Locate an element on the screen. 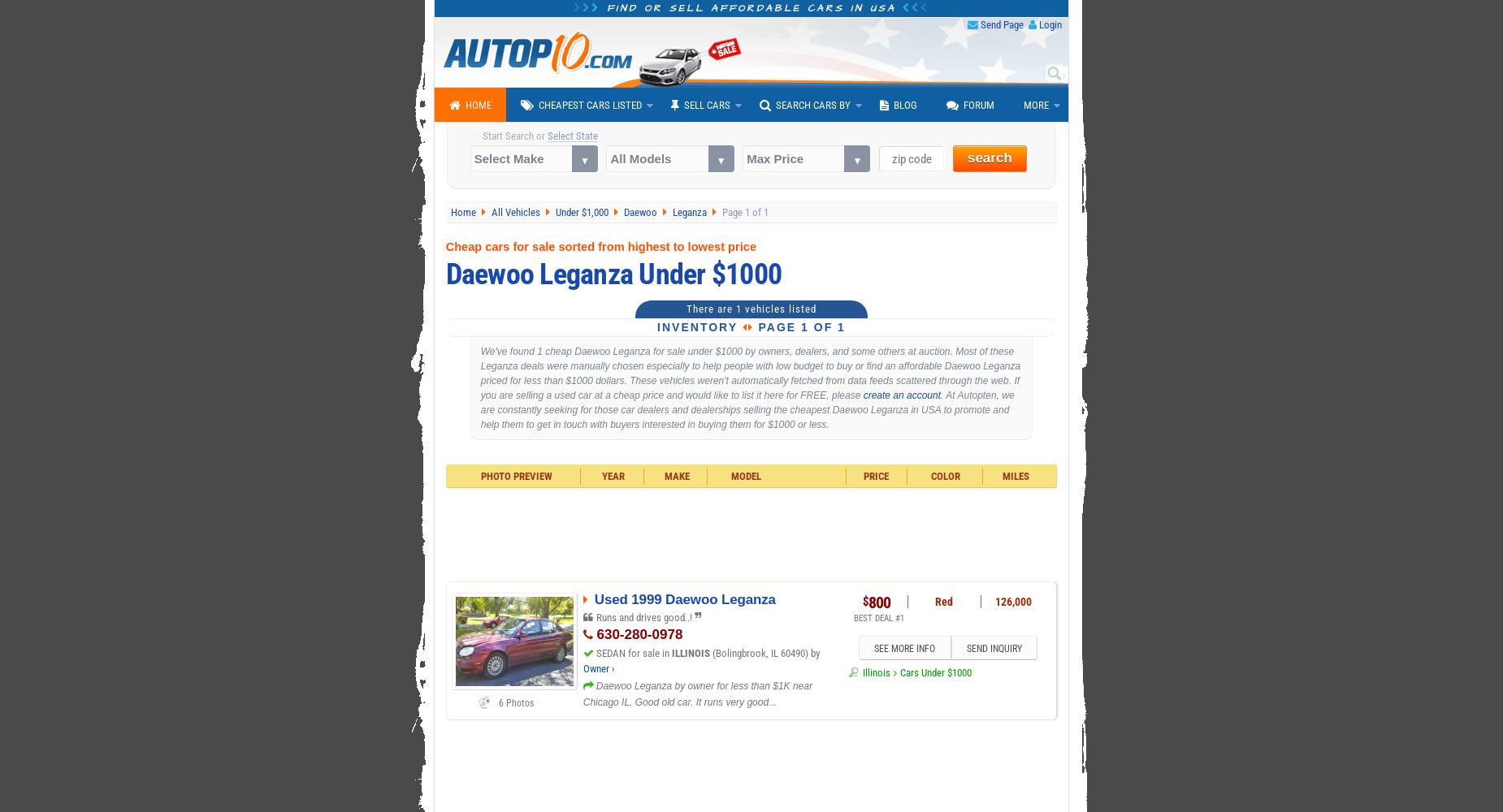  '800' is located at coordinates (878, 602).